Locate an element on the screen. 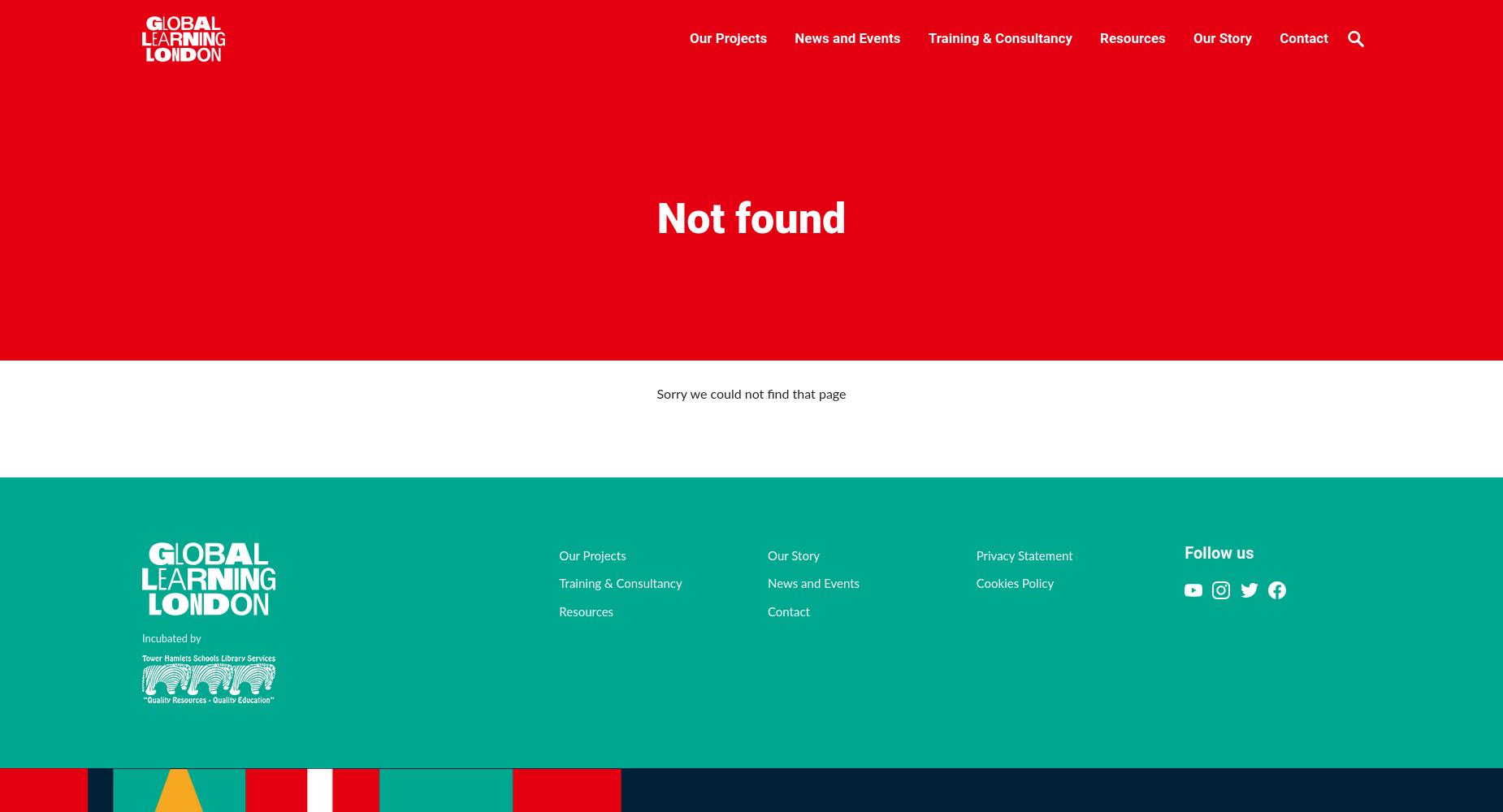  'Our Story' is located at coordinates (792, 555).